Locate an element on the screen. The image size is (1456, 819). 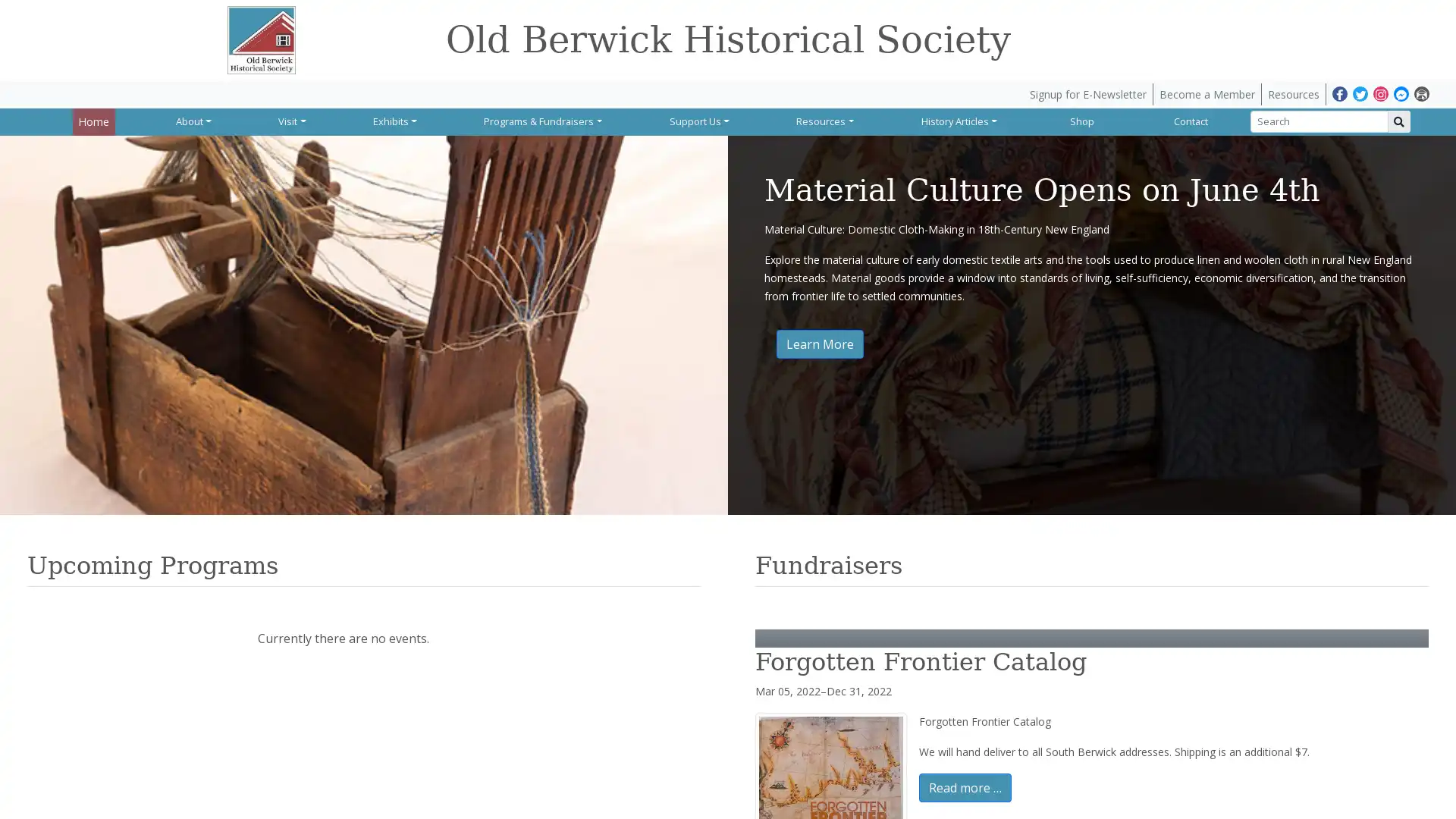
Visit is located at coordinates (291, 120).